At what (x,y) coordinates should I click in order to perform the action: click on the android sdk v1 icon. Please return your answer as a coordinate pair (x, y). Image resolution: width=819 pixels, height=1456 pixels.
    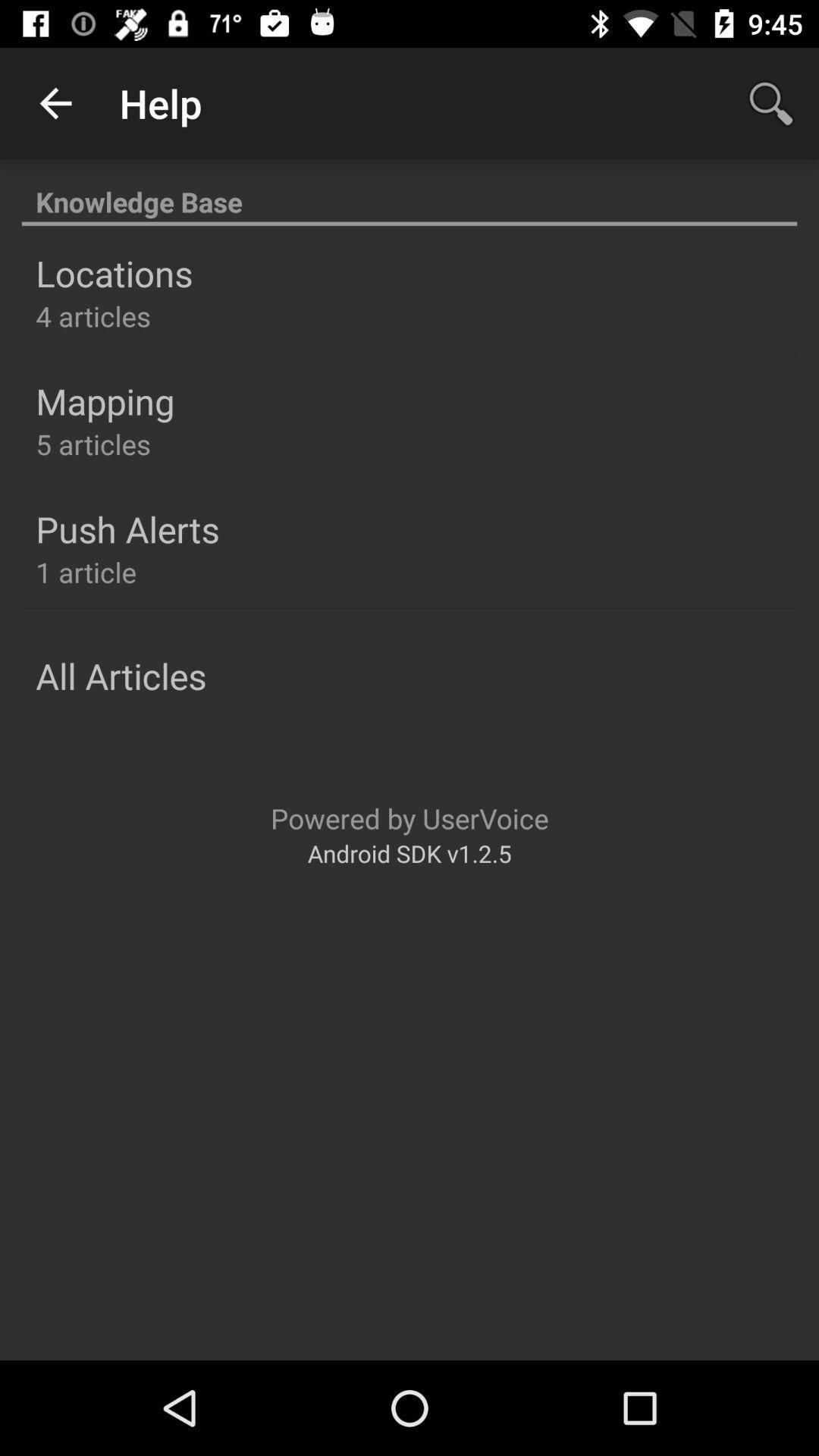
    Looking at the image, I should click on (409, 853).